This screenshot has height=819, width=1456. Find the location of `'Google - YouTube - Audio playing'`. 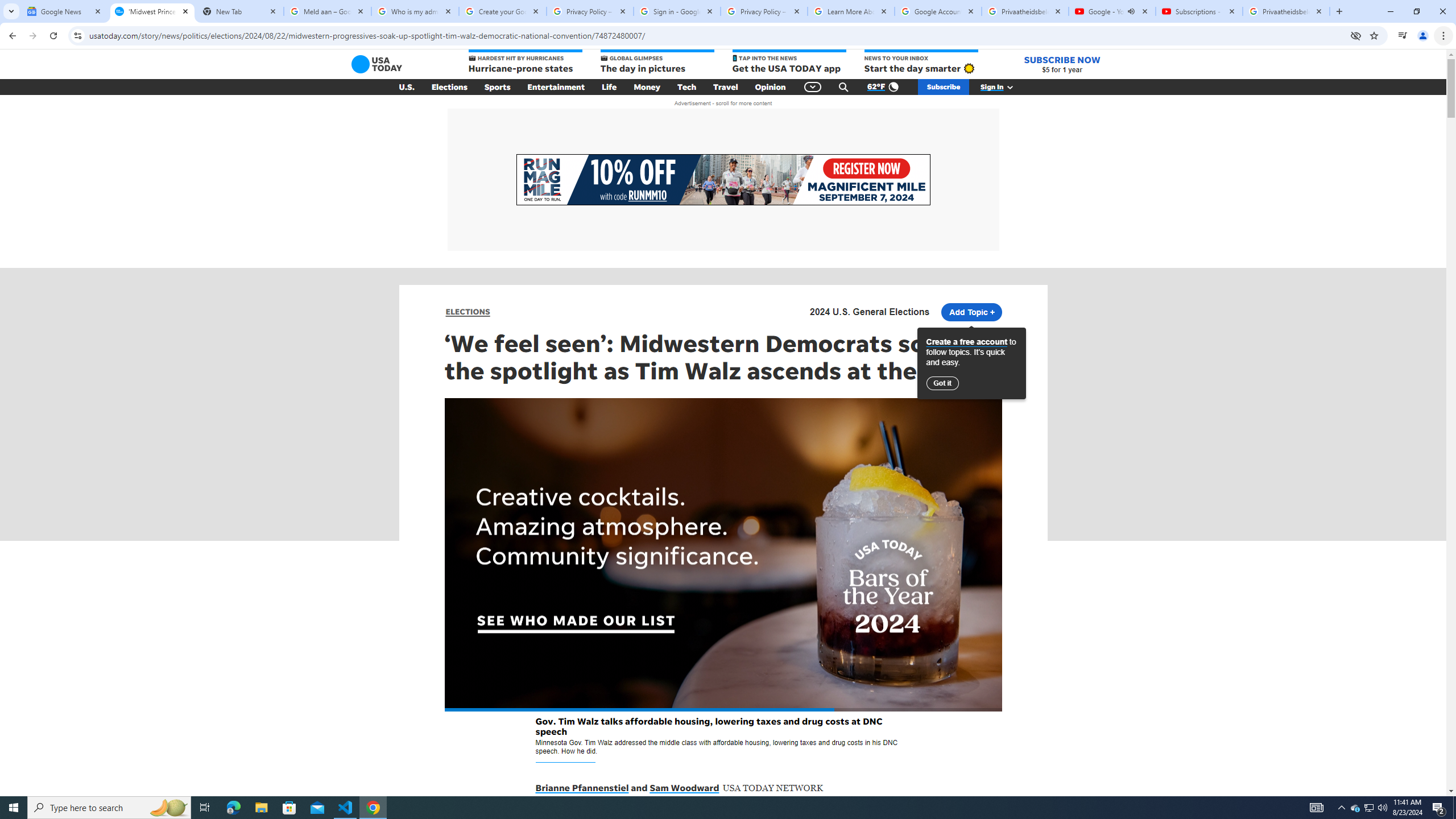

'Google - YouTube - Audio playing' is located at coordinates (1111, 11).